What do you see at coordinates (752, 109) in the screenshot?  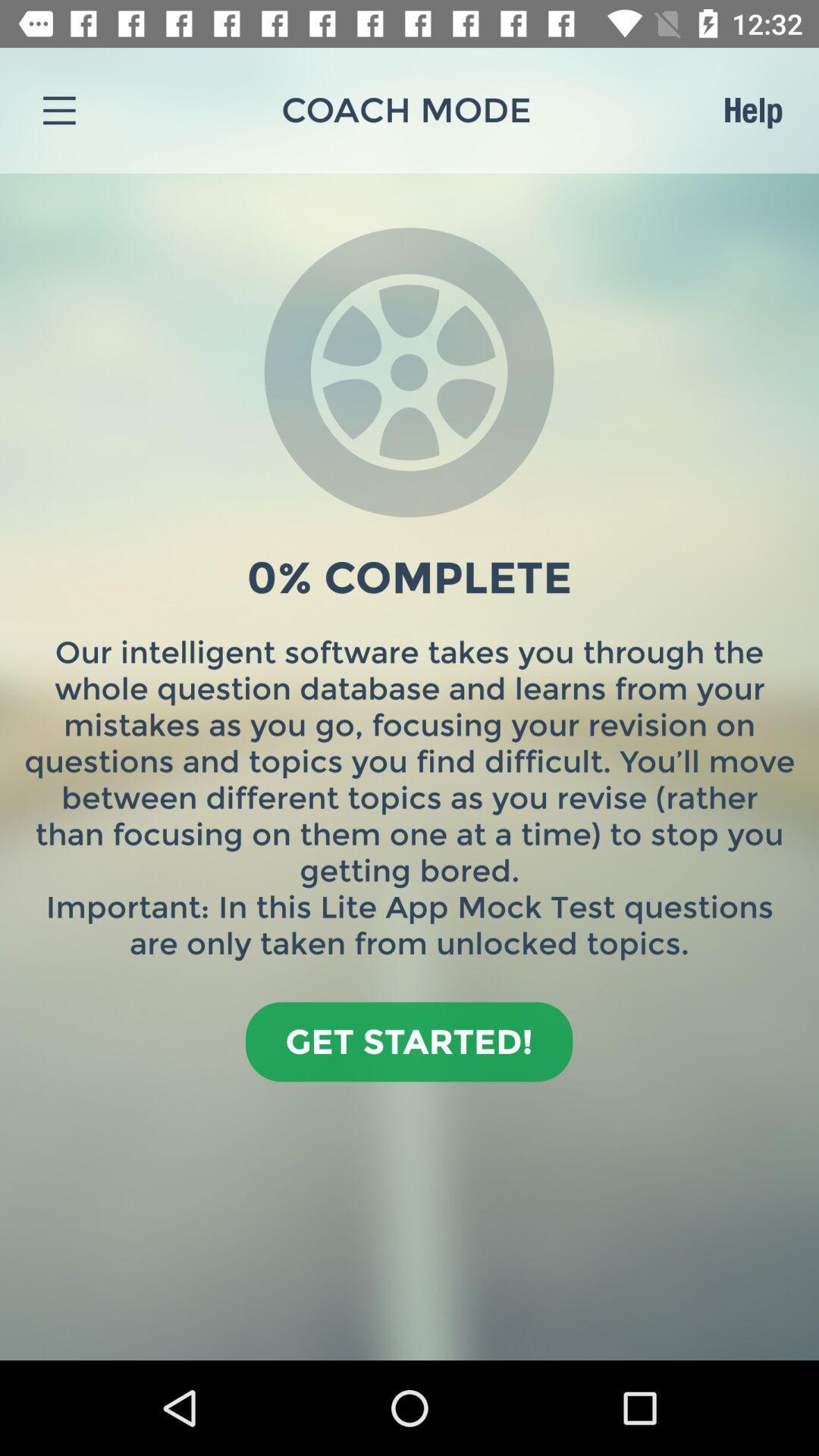 I see `icon above our intelligent software icon` at bounding box center [752, 109].